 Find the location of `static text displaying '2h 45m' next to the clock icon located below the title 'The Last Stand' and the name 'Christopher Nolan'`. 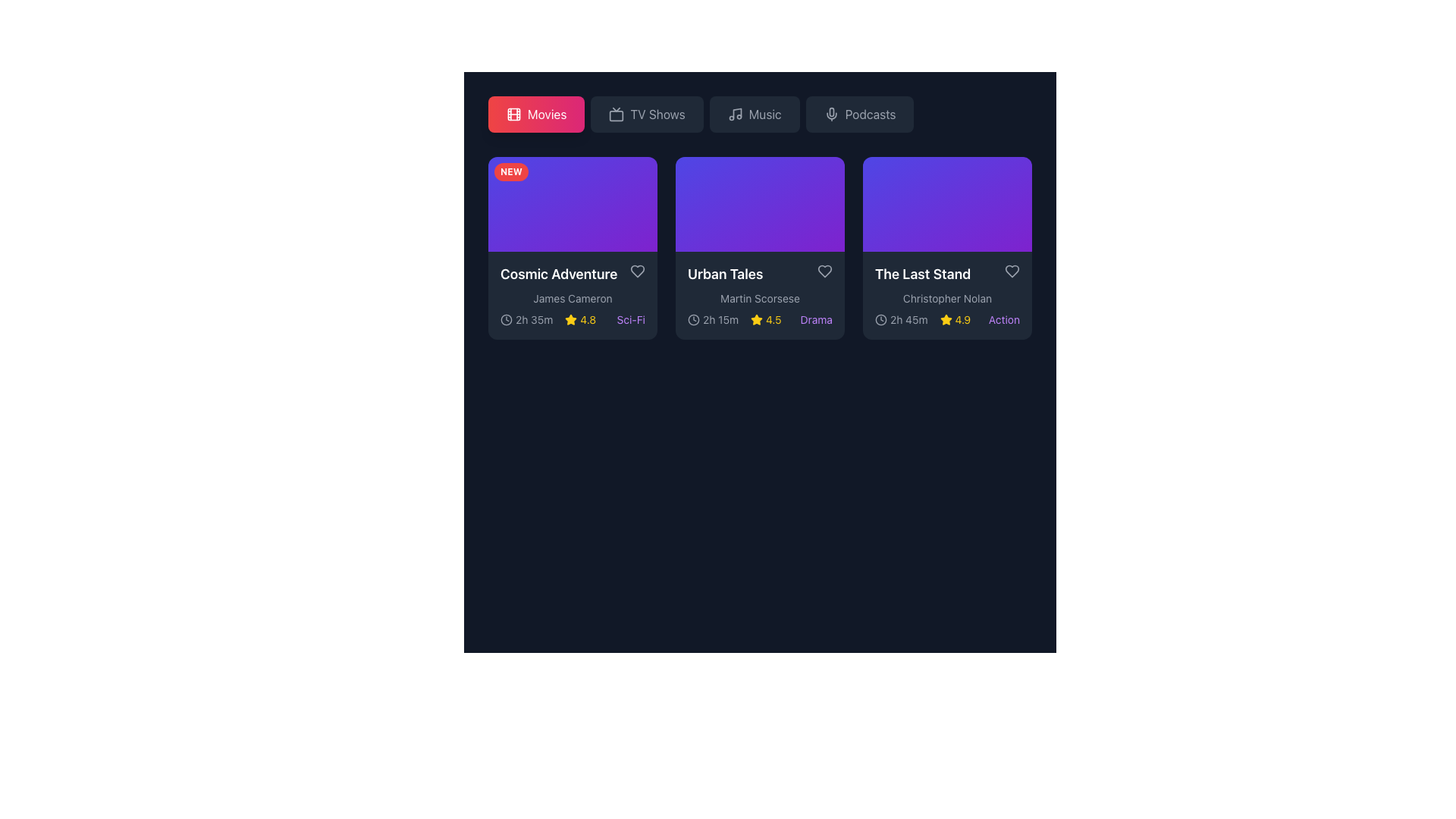

static text displaying '2h 45m' next to the clock icon located below the title 'The Last Stand' and the name 'Christopher Nolan' is located at coordinates (901, 319).